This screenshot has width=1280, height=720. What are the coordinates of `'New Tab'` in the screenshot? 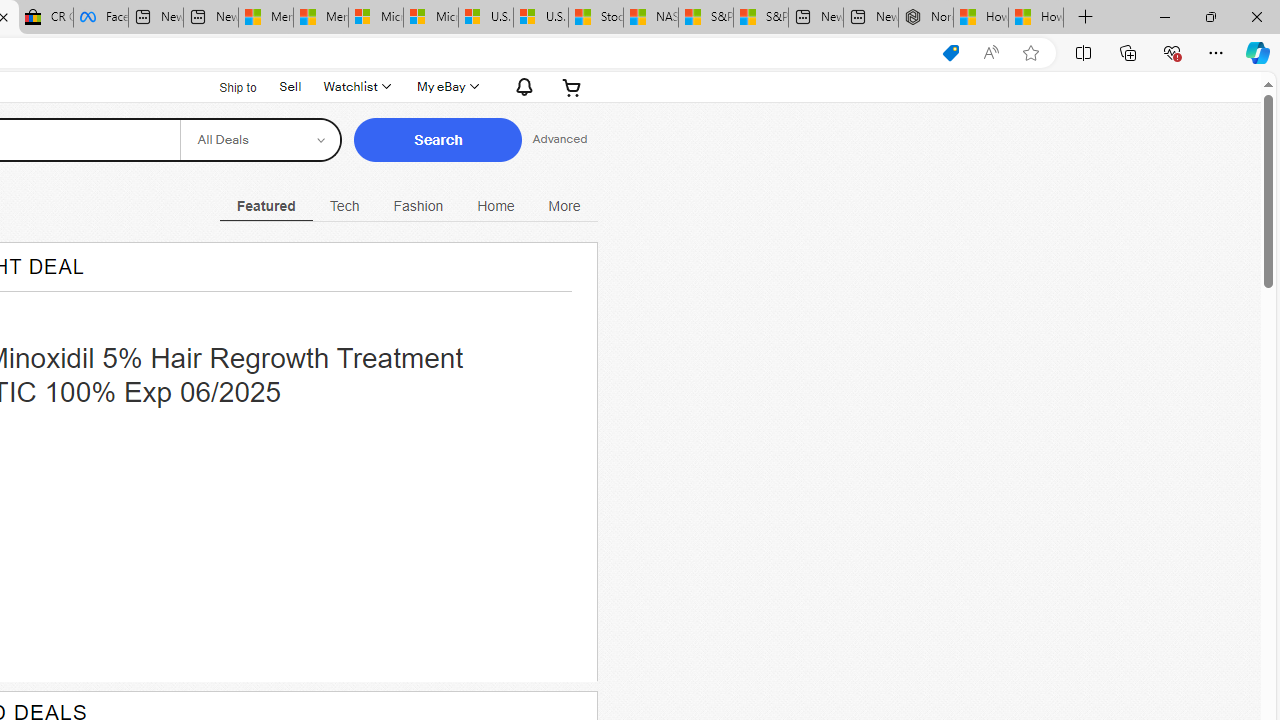 It's located at (1085, 17).